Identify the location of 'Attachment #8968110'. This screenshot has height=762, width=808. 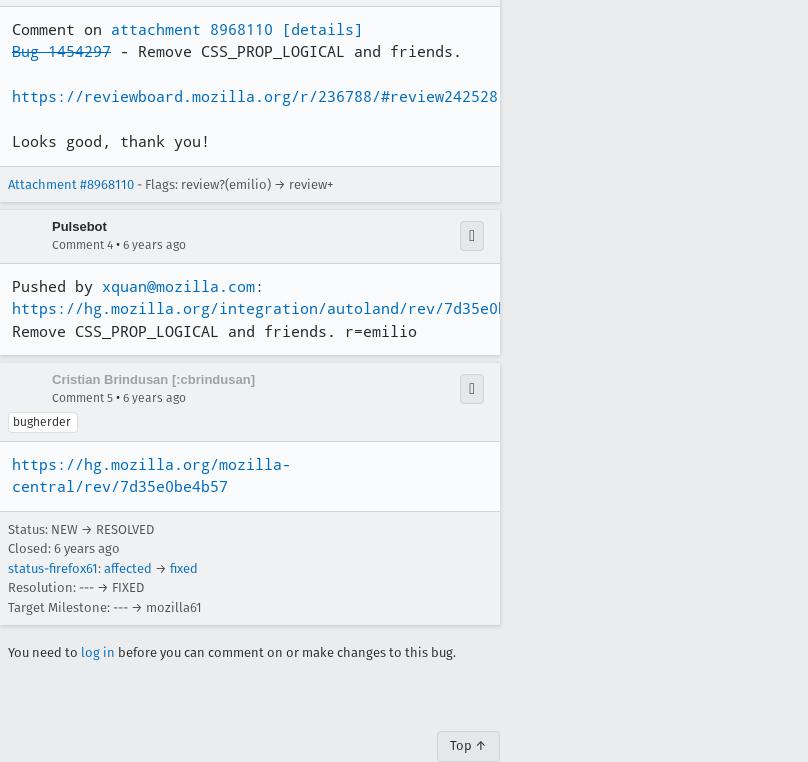
(71, 182).